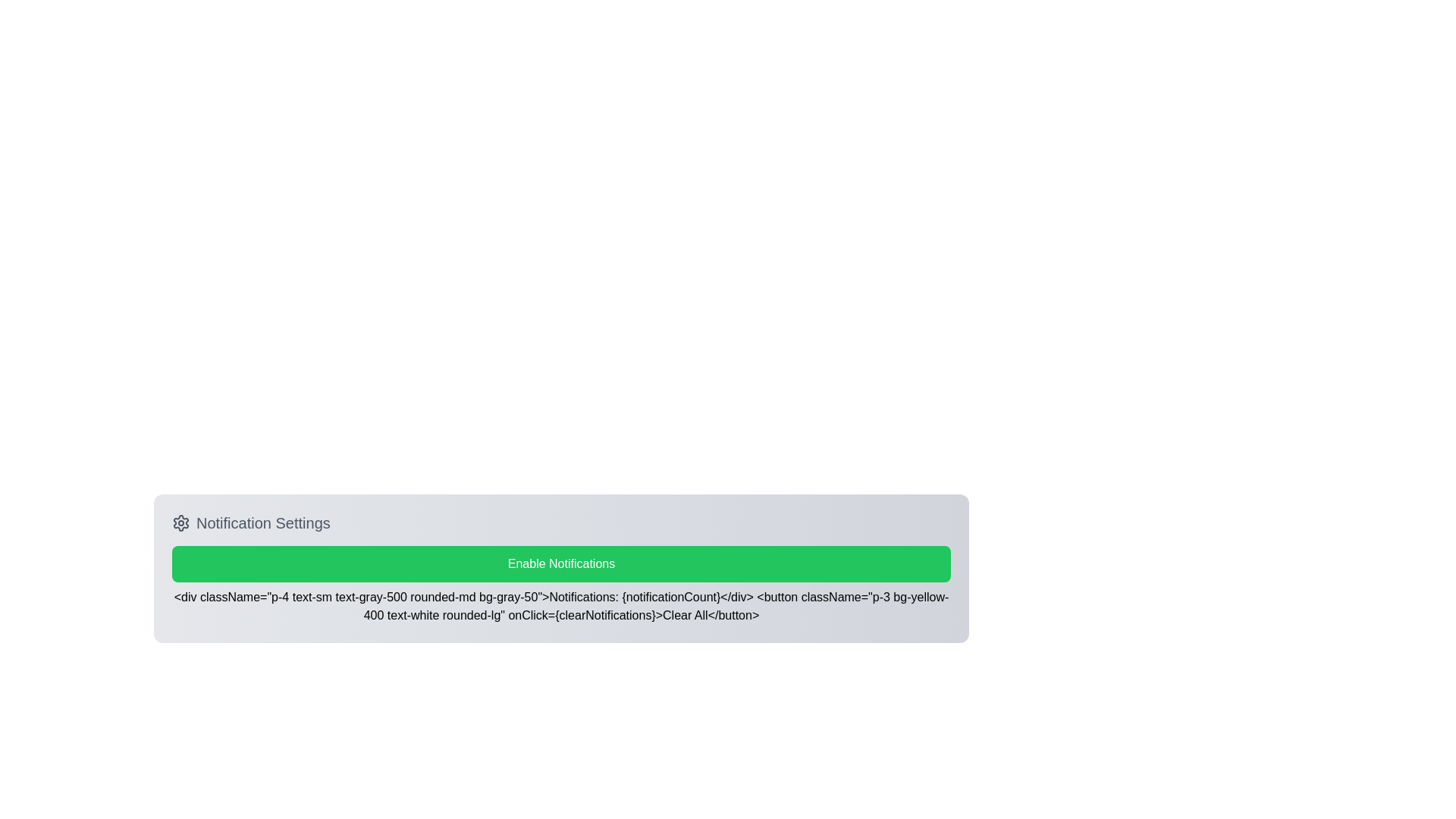 The width and height of the screenshot is (1456, 819). I want to click on the cogwheel icon representing settings located on the left side of the Notification Settings header, so click(181, 522).